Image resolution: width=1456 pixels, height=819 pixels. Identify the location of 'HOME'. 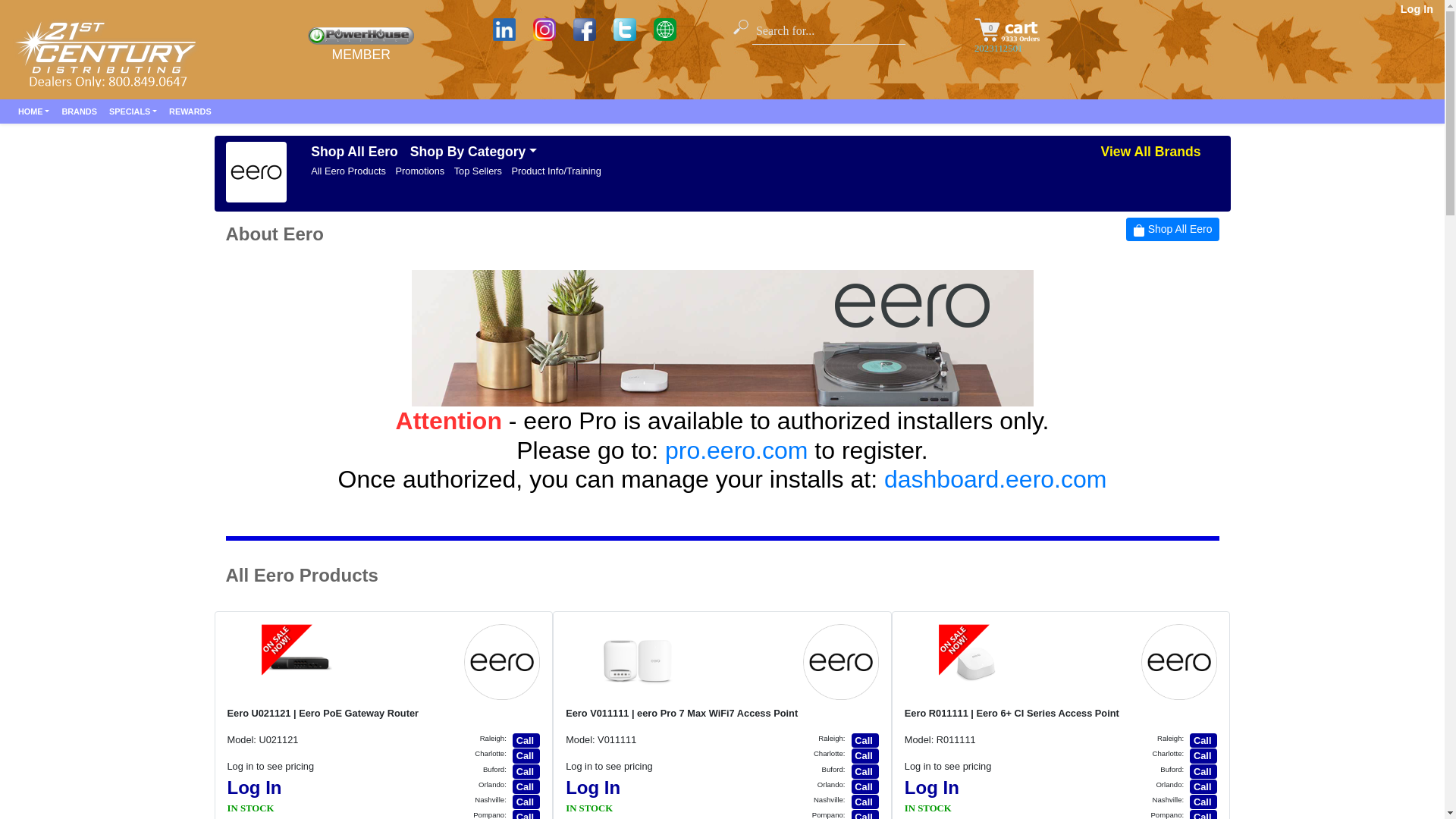
(11, 110).